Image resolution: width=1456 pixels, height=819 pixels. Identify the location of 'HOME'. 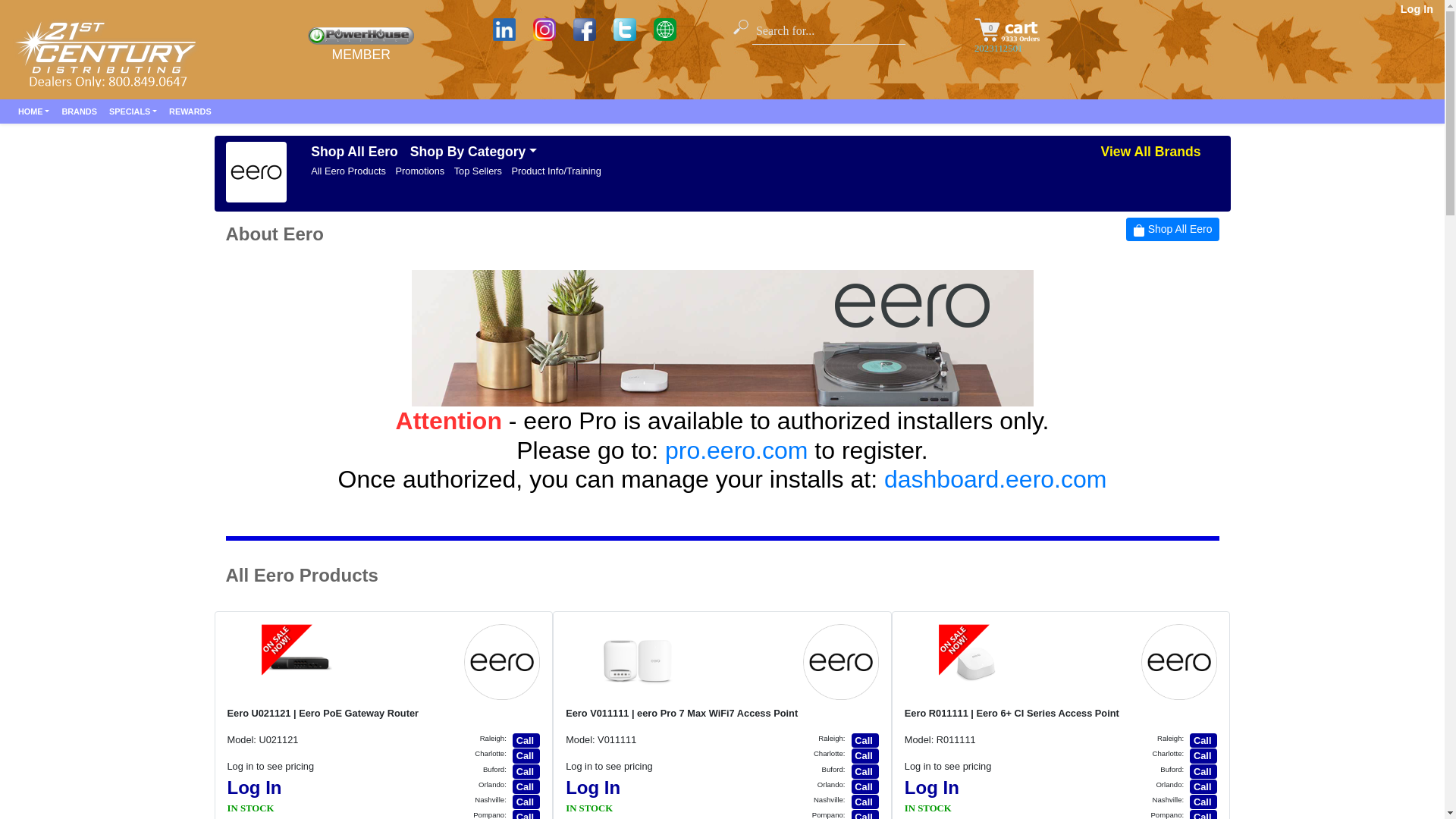
(11, 110).